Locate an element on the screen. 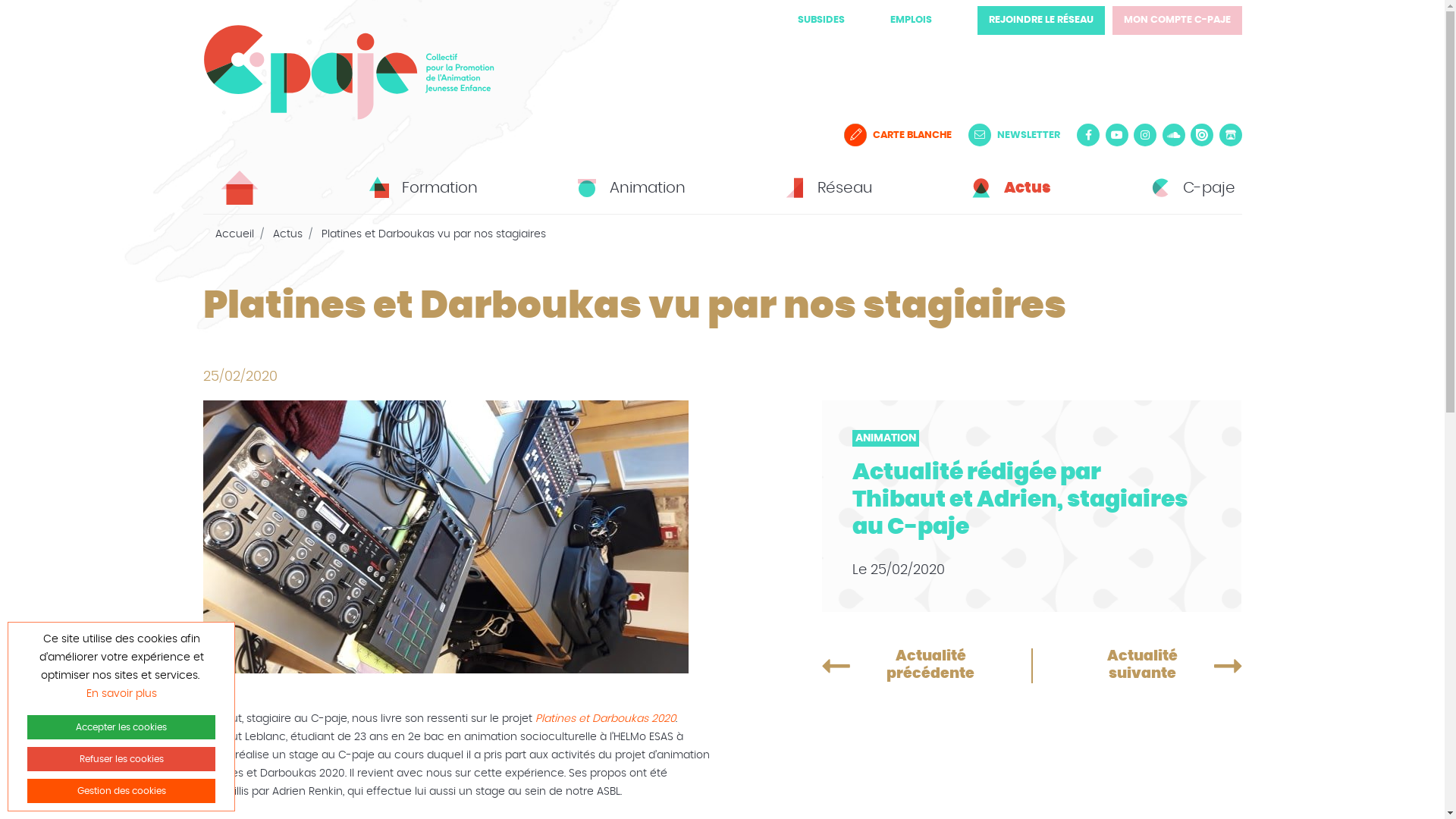  'Formation' is located at coordinates (421, 187).